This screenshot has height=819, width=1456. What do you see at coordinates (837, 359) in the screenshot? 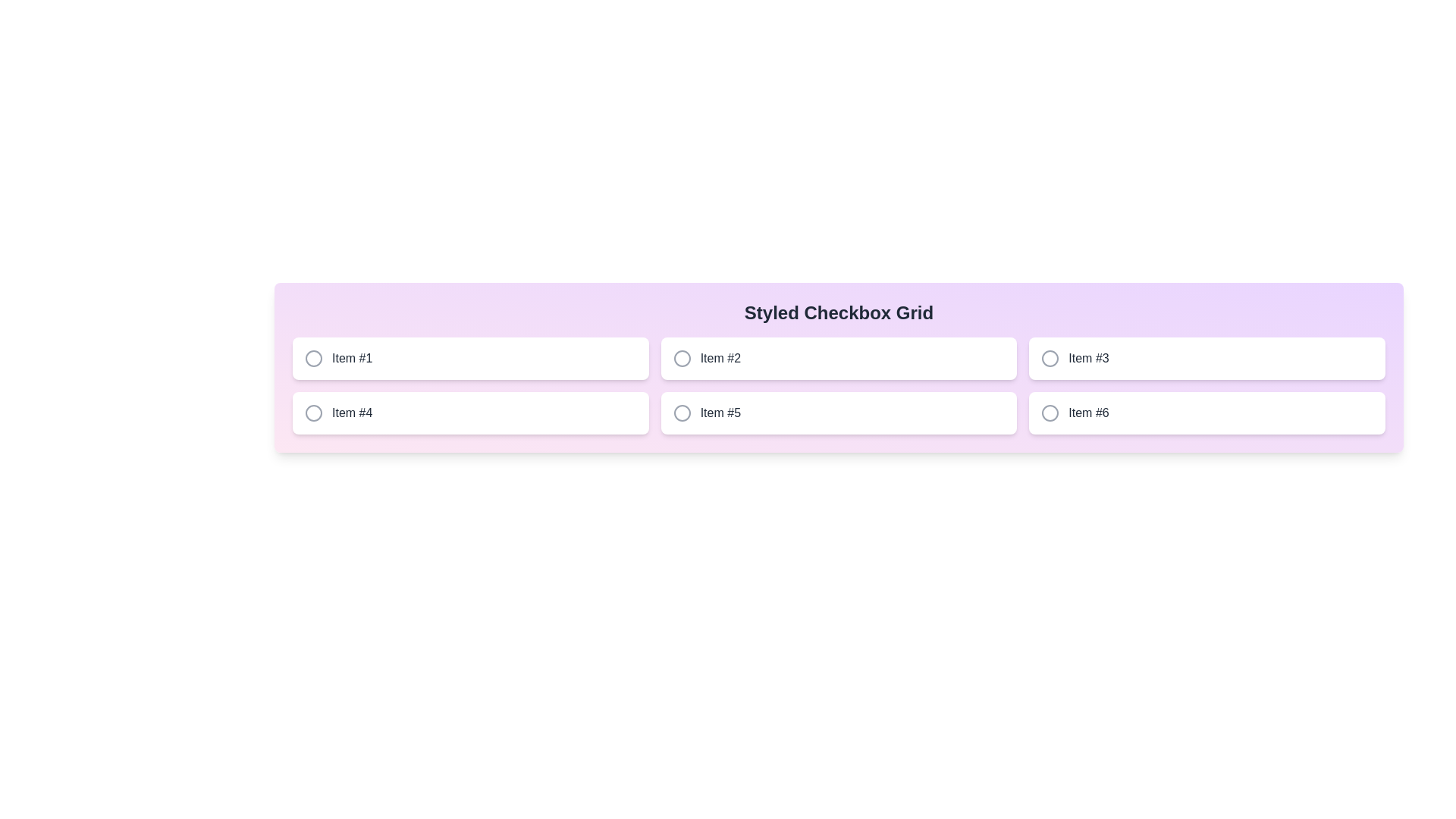
I see `the button labeled Item #2 to observe style changes` at bounding box center [837, 359].